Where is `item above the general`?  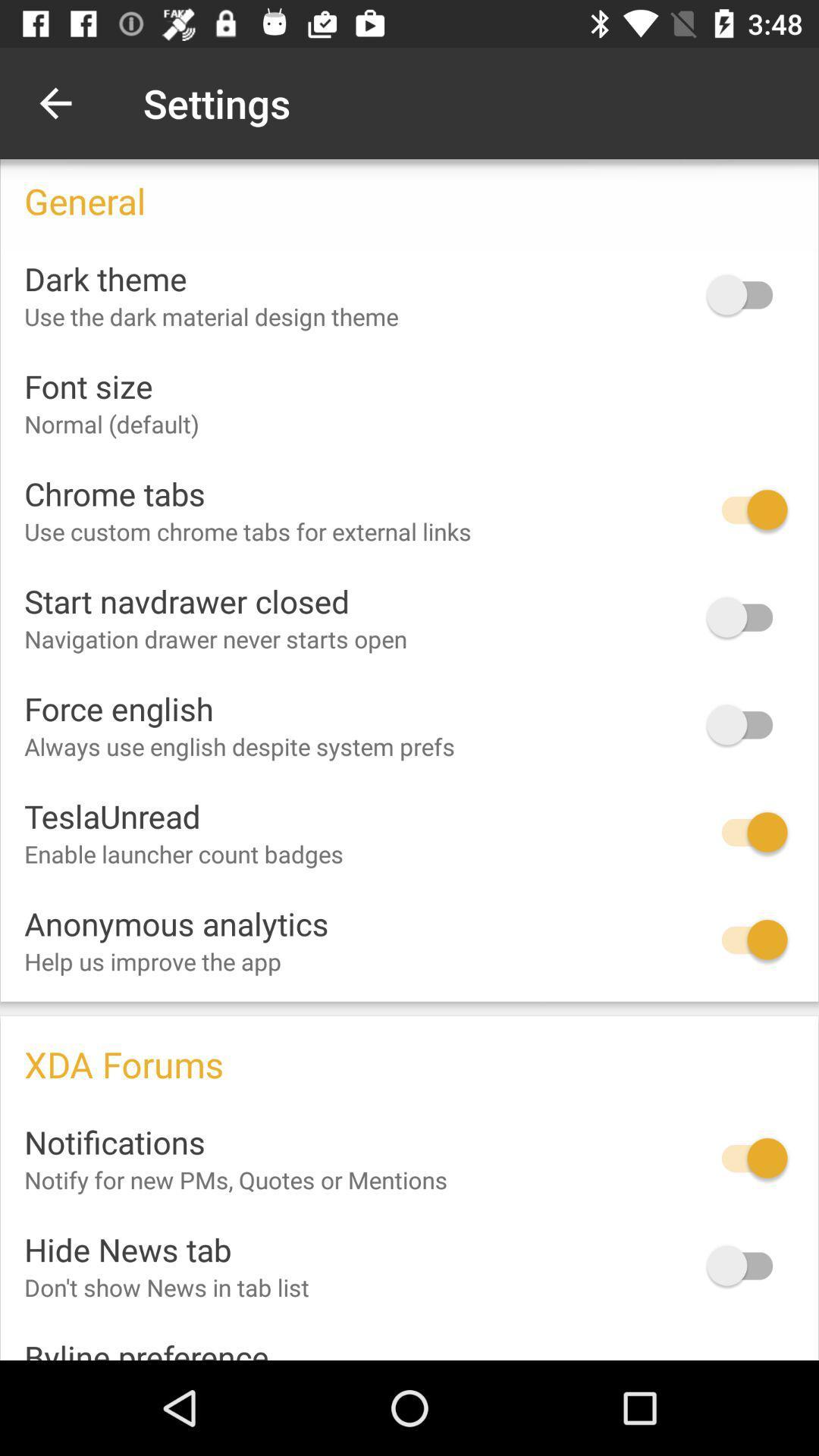 item above the general is located at coordinates (55, 102).